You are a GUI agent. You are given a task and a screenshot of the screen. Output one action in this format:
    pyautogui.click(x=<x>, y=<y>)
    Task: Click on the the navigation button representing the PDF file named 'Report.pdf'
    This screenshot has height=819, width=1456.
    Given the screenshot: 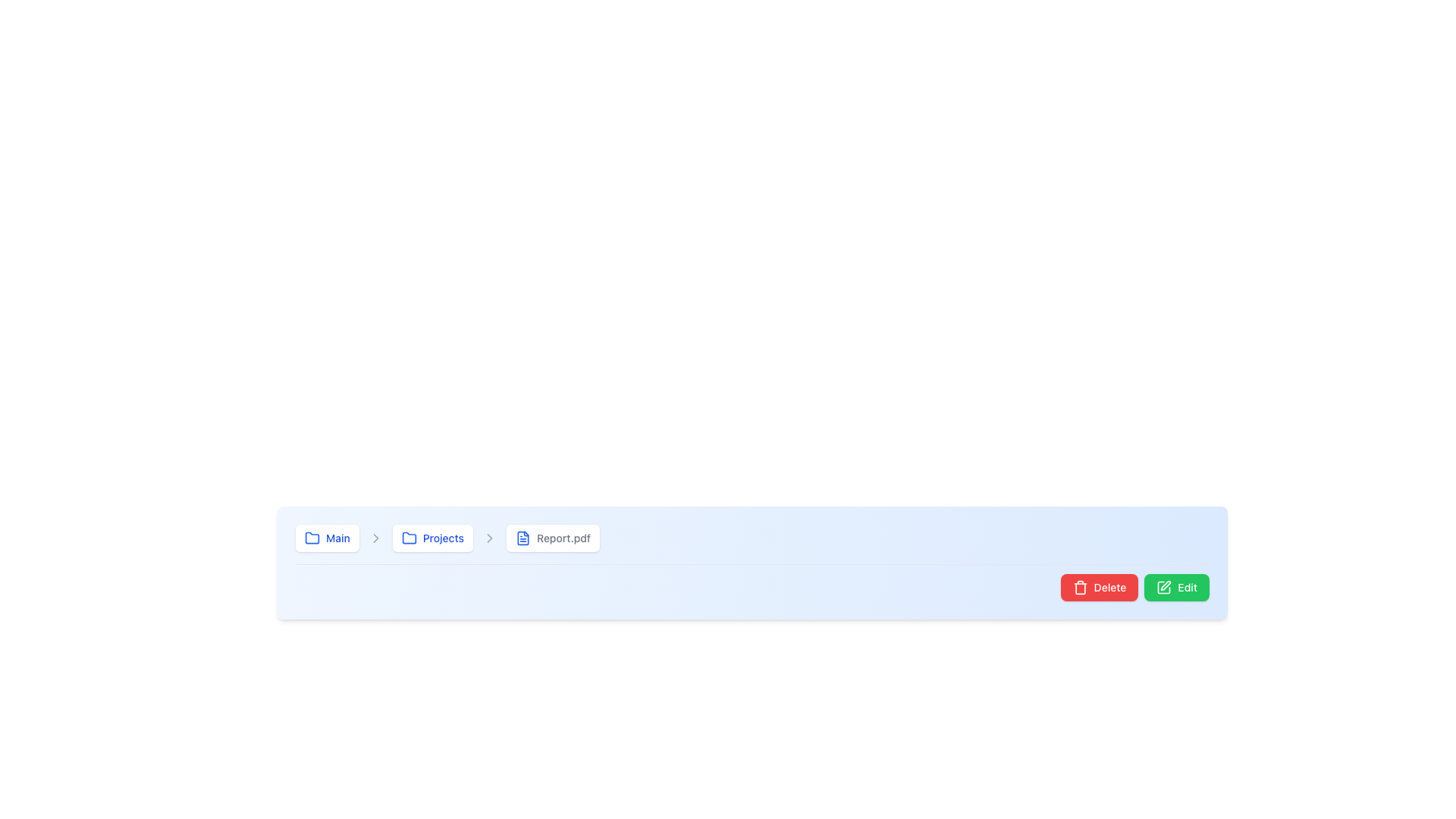 What is the action you would take?
    pyautogui.click(x=552, y=537)
    